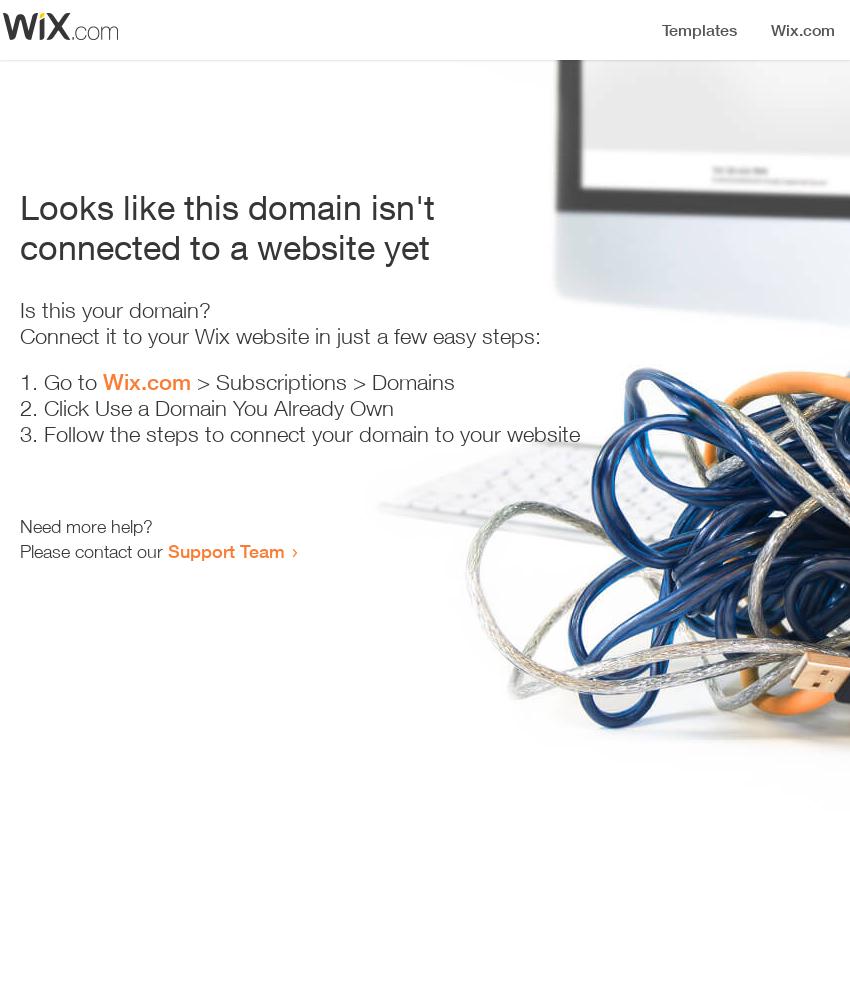 This screenshot has height=1000, width=850. I want to click on 'Please contact our', so click(93, 551).